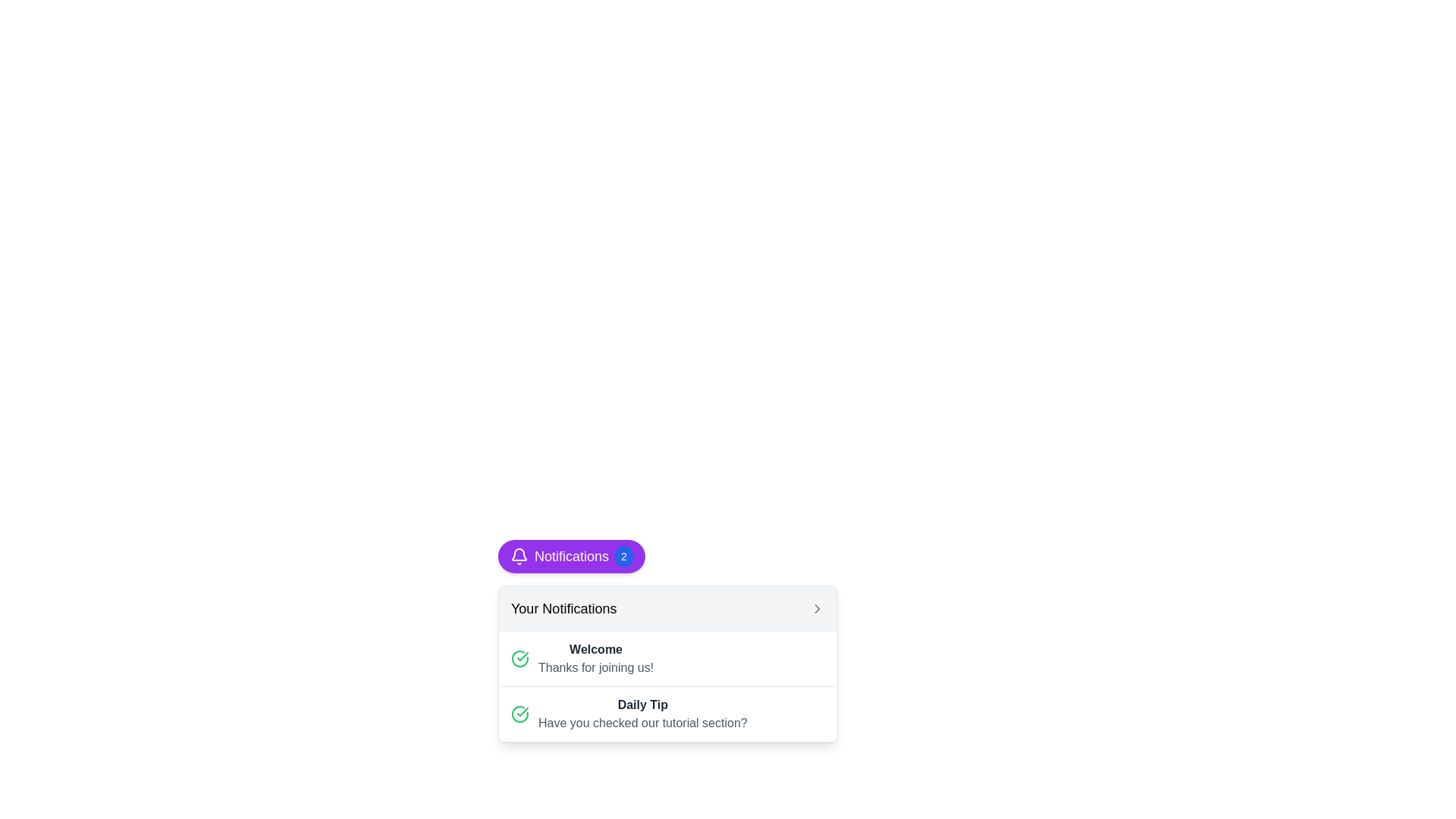 The height and width of the screenshot is (819, 1456). I want to click on the header element with the text 'Your Notifications' and the right-pointing arrow icon, located at the top of the notification card, so click(667, 607).